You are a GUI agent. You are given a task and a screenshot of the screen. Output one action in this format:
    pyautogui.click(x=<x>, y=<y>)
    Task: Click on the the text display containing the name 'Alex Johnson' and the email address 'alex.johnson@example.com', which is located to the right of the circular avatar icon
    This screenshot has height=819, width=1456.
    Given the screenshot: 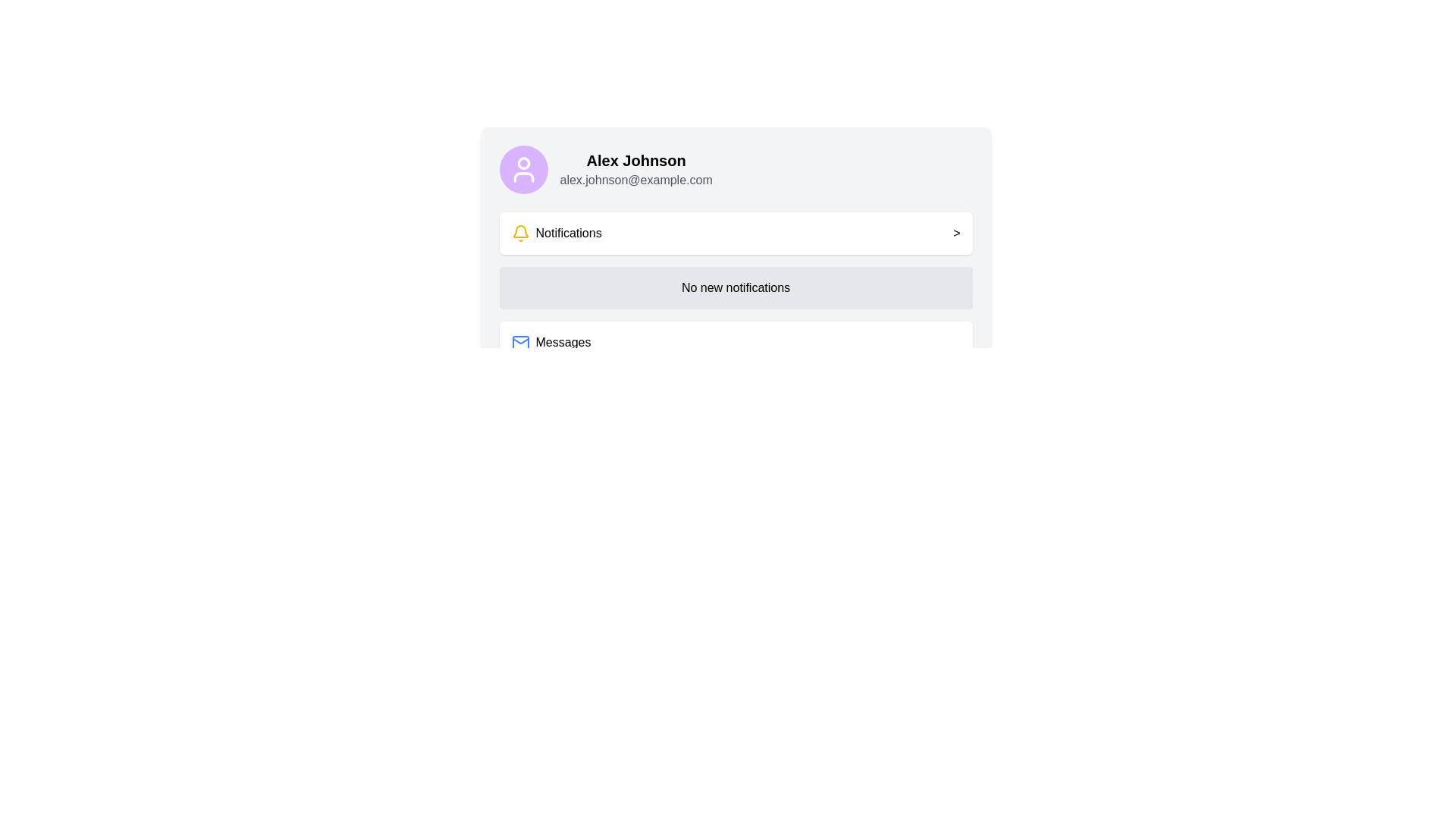 What is the action you would take?
    pyautogui.click(x=636, y=169)
    